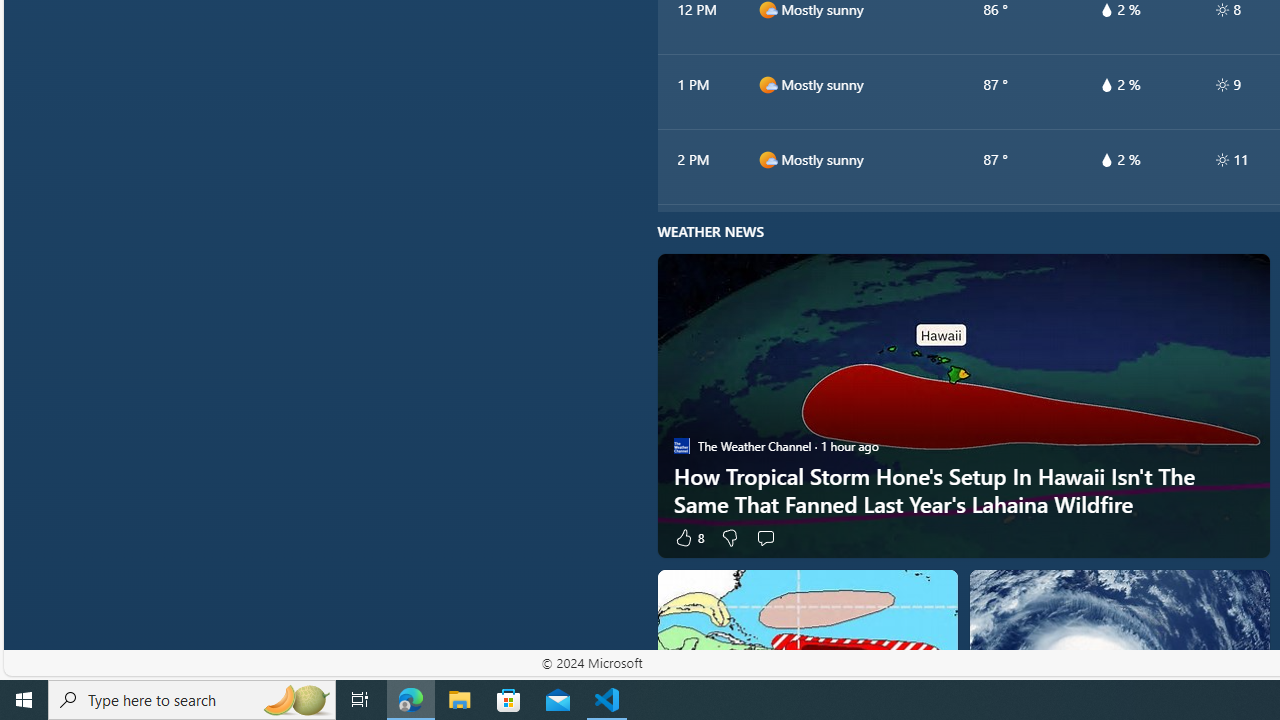  What do you see at coordinates (727, 536) in the screenshot?
I see `'Dislike'` at bounding box center [727, 536].